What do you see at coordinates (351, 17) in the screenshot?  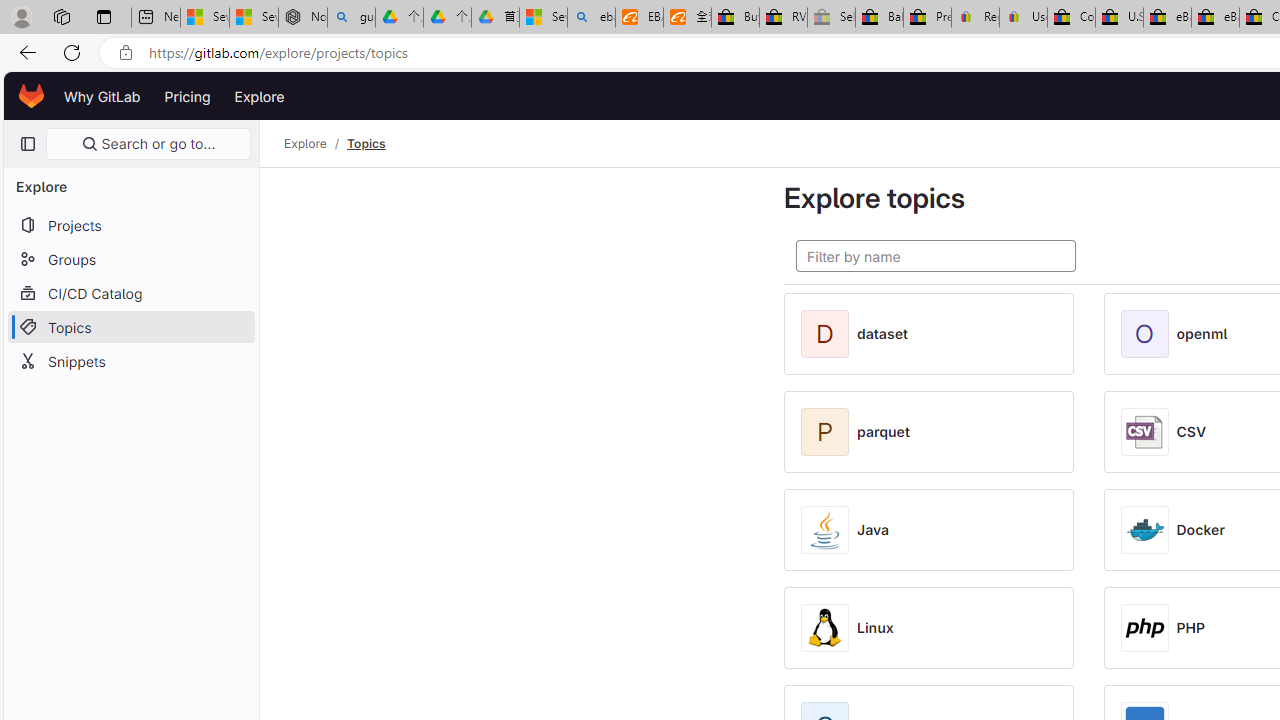 I see `'guge yunpan - Search'` at bounding box center [351, 17].